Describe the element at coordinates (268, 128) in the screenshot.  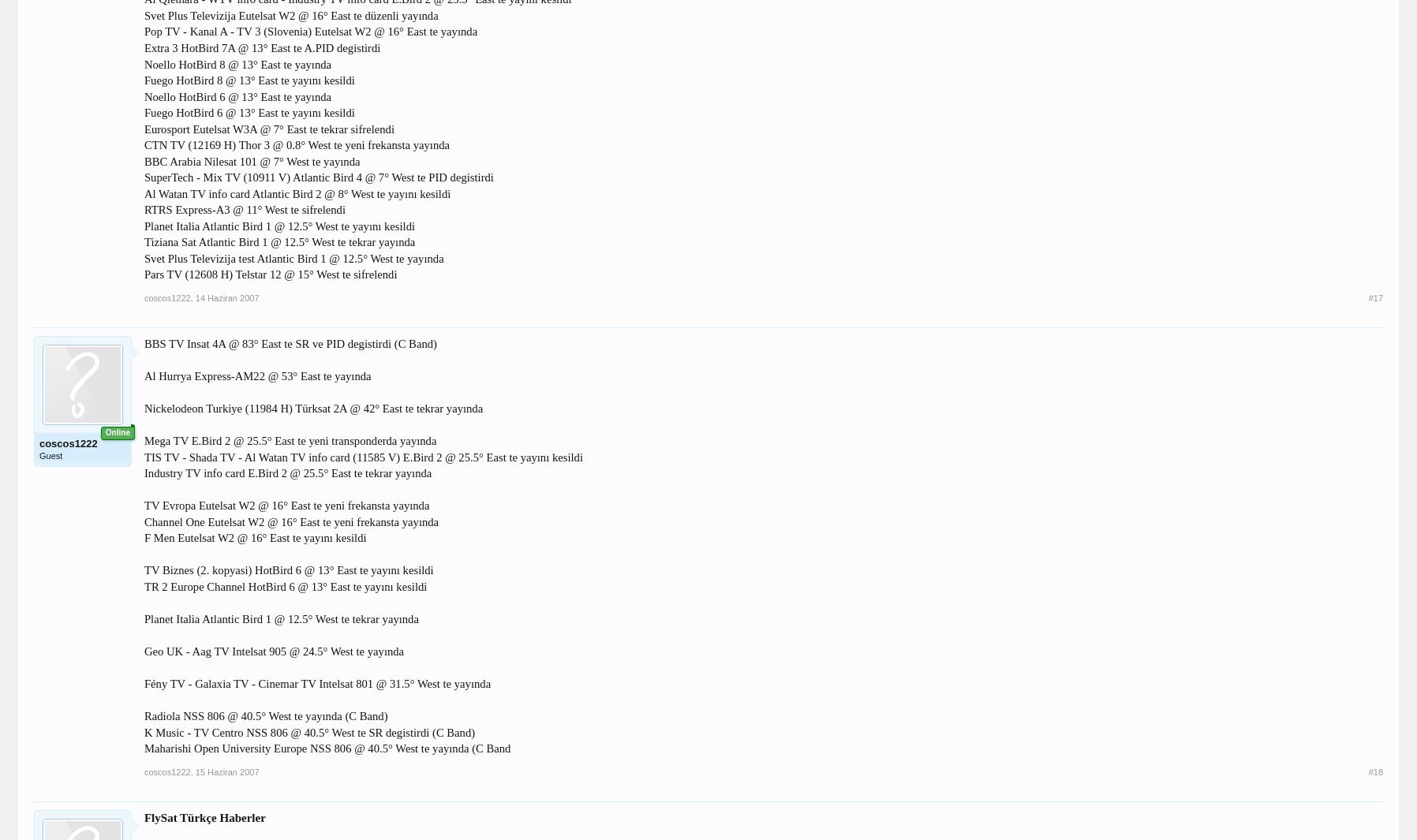
I see `'Eurosport Eutelsat W3A @ 7° East te tekrar sifrelendi'` at that location.